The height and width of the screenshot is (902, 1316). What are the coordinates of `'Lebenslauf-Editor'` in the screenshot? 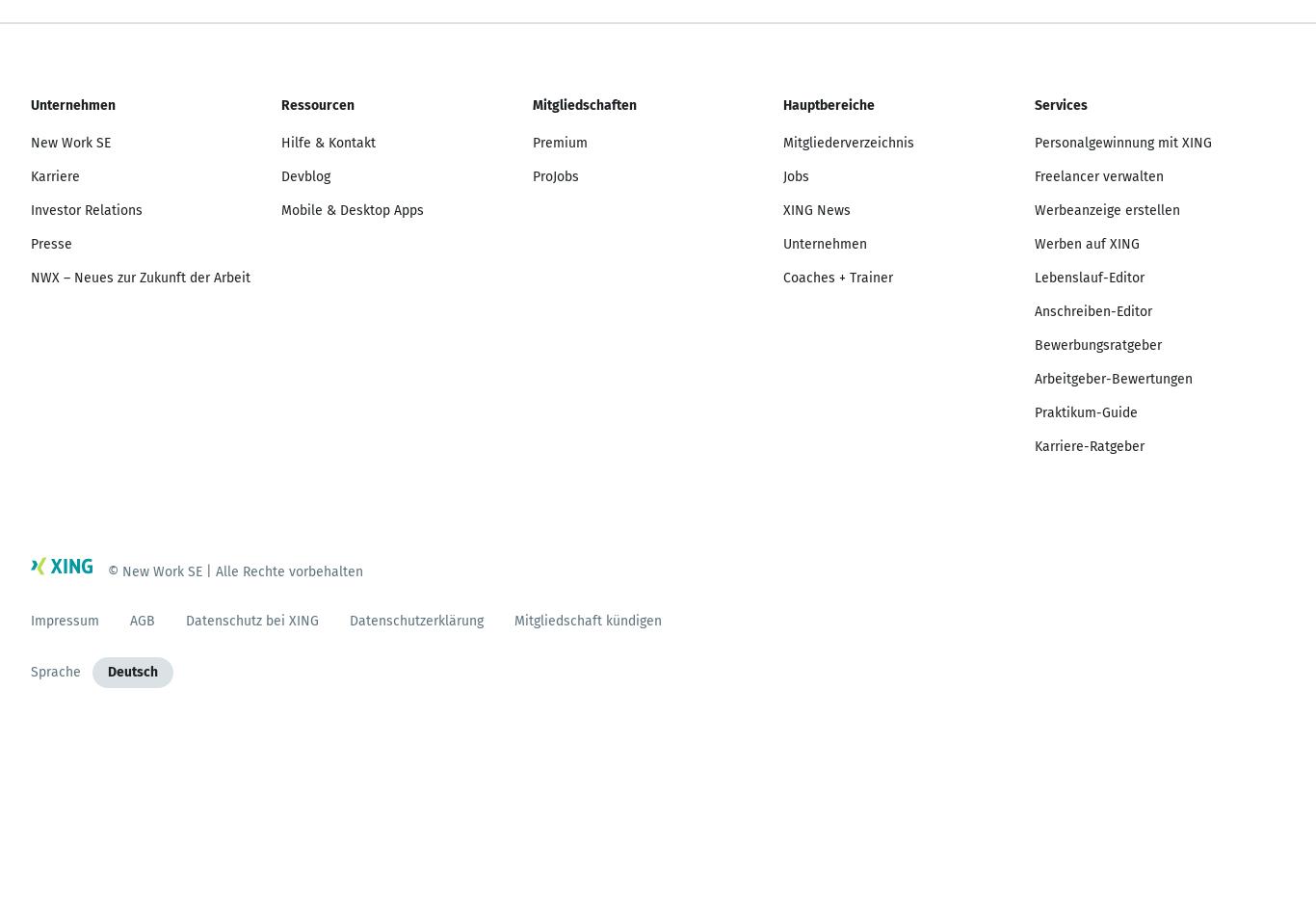 It's located at (1087, 277).